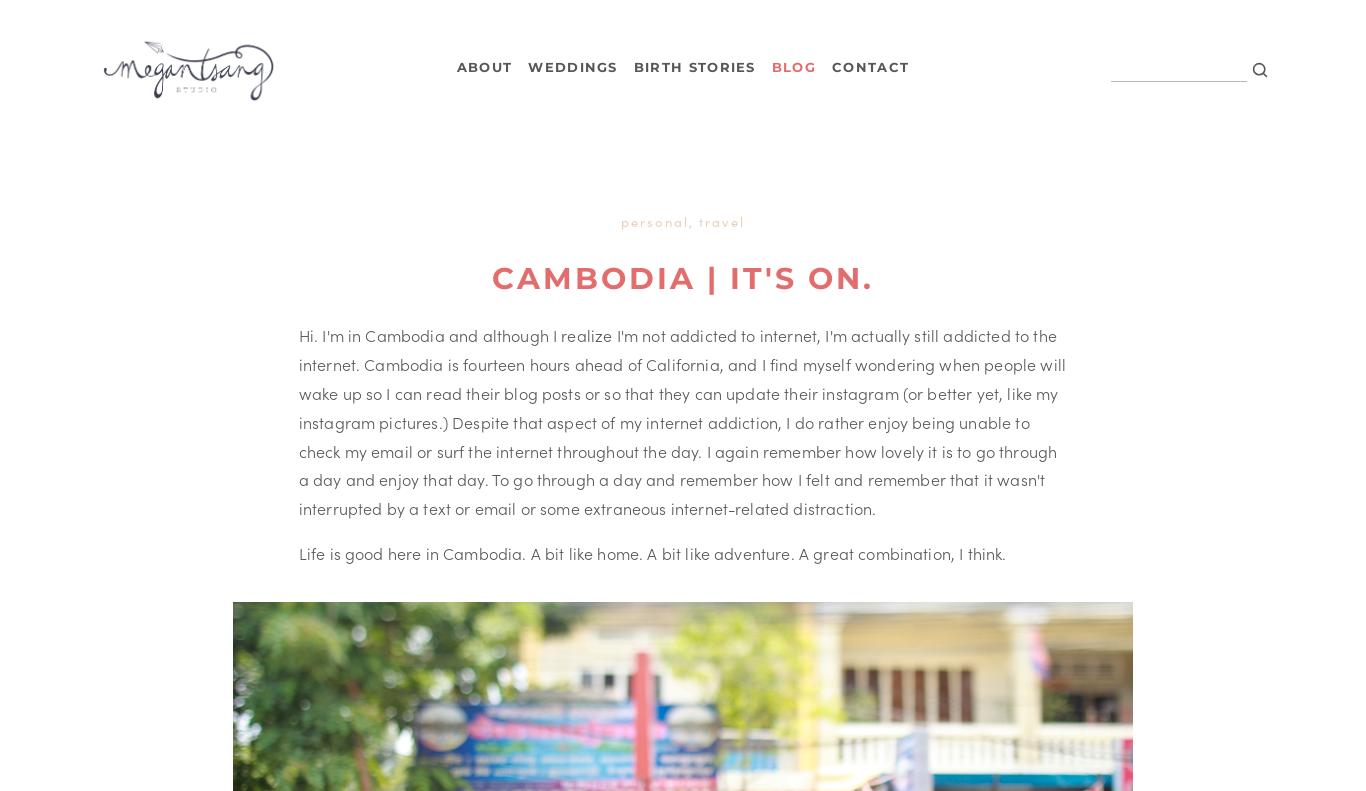 The width and height of the screenshot is (1366, 791). I want to click on 'Personal', so click(653, 220).